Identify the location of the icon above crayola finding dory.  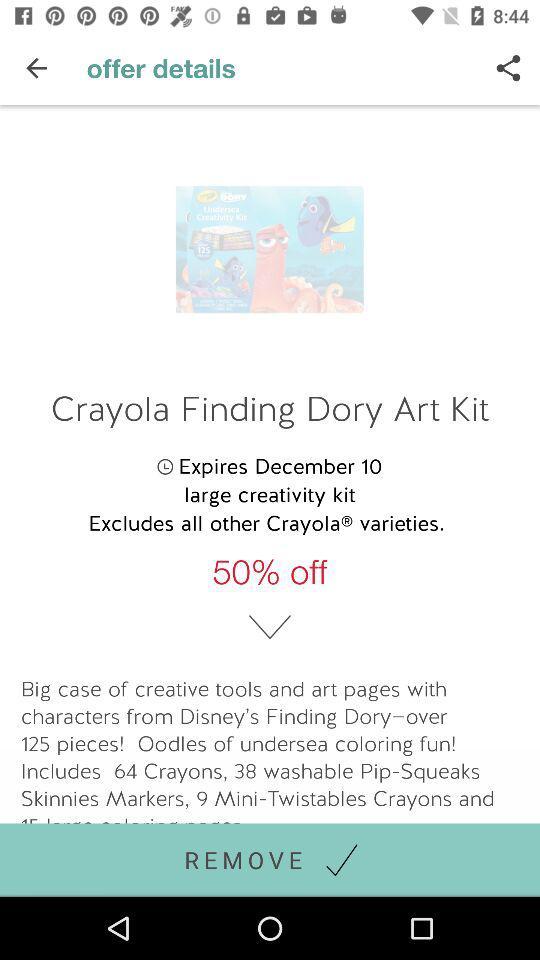
(36, 68).